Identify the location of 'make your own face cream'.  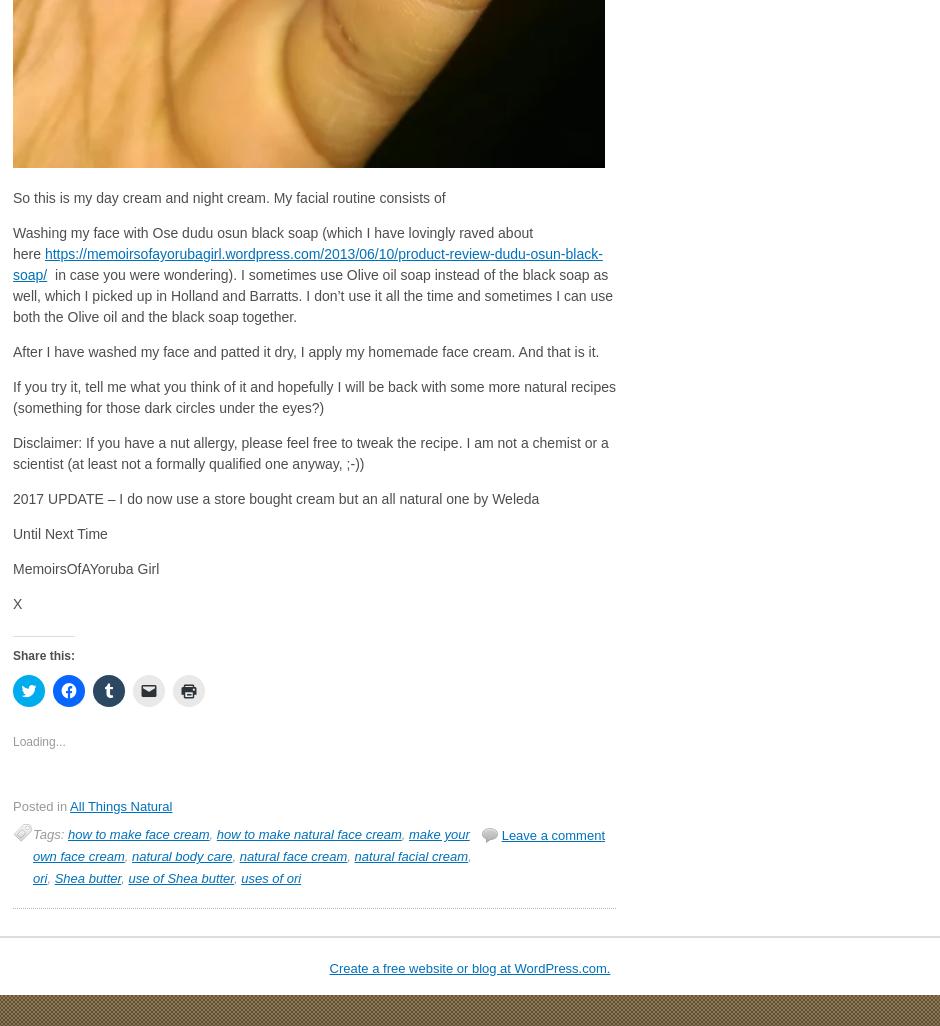
(250, 845).